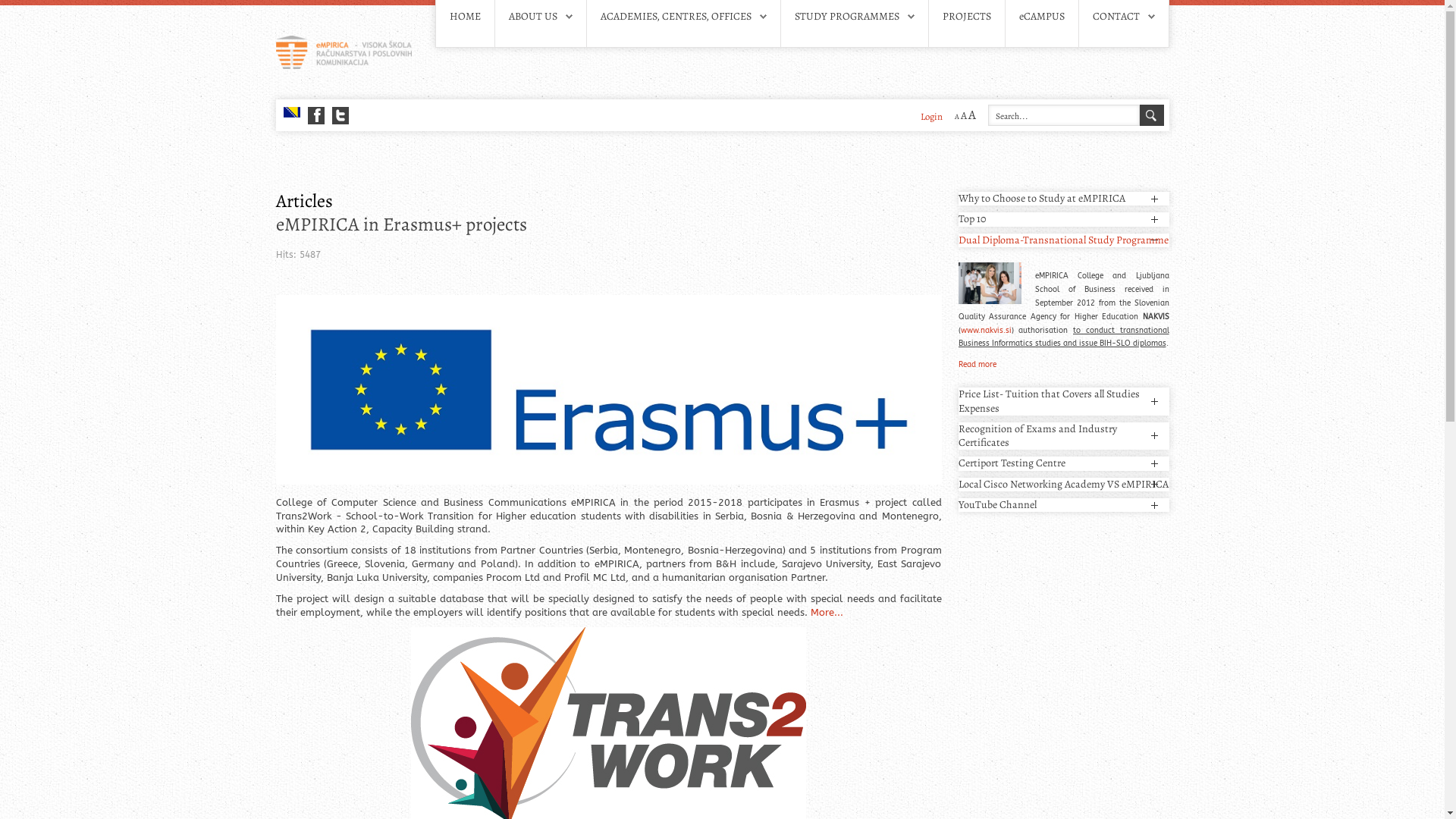  I want to click on 'More...', so click(825, 611).